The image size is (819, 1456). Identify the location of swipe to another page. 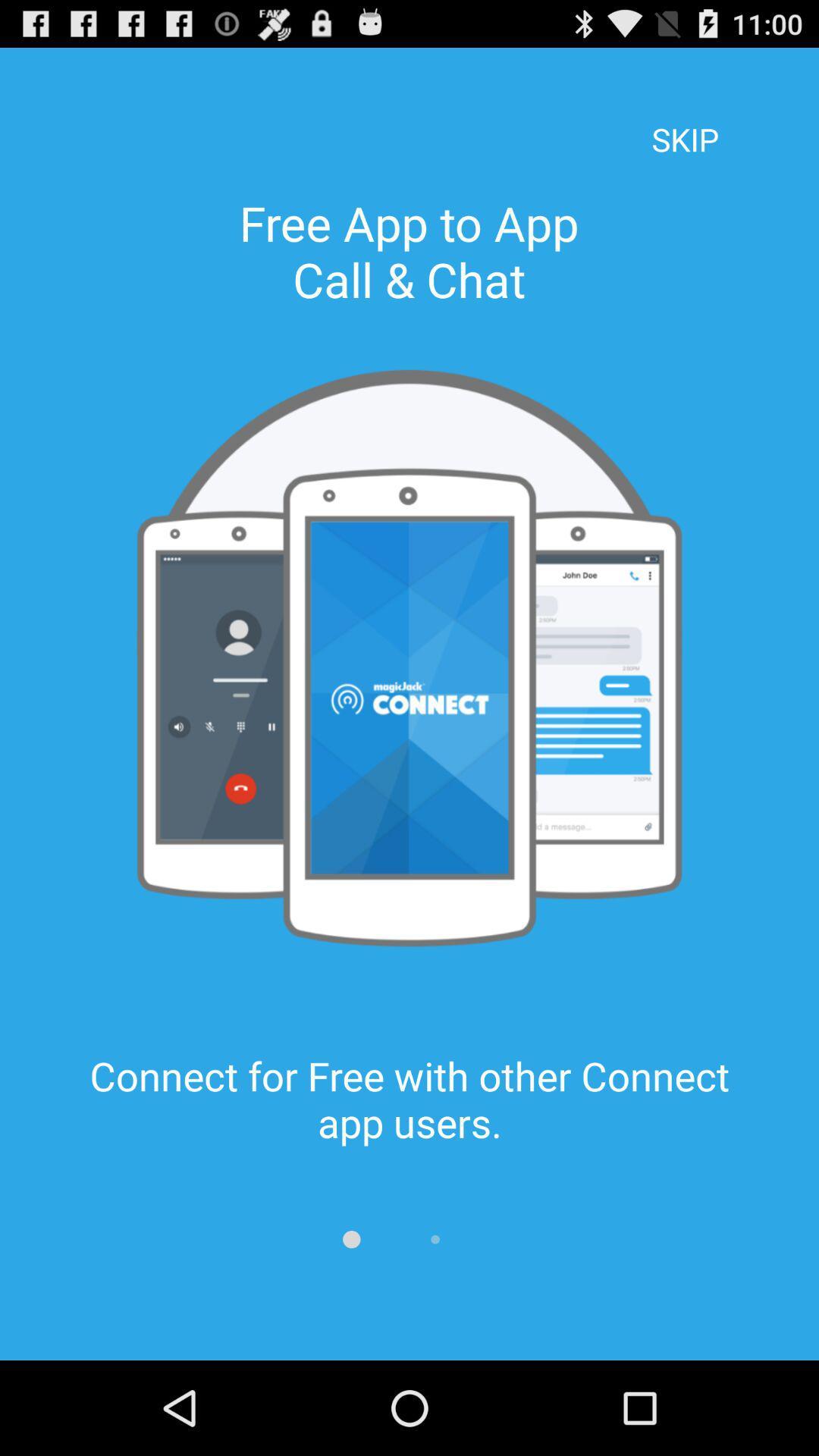
(351, 1239).